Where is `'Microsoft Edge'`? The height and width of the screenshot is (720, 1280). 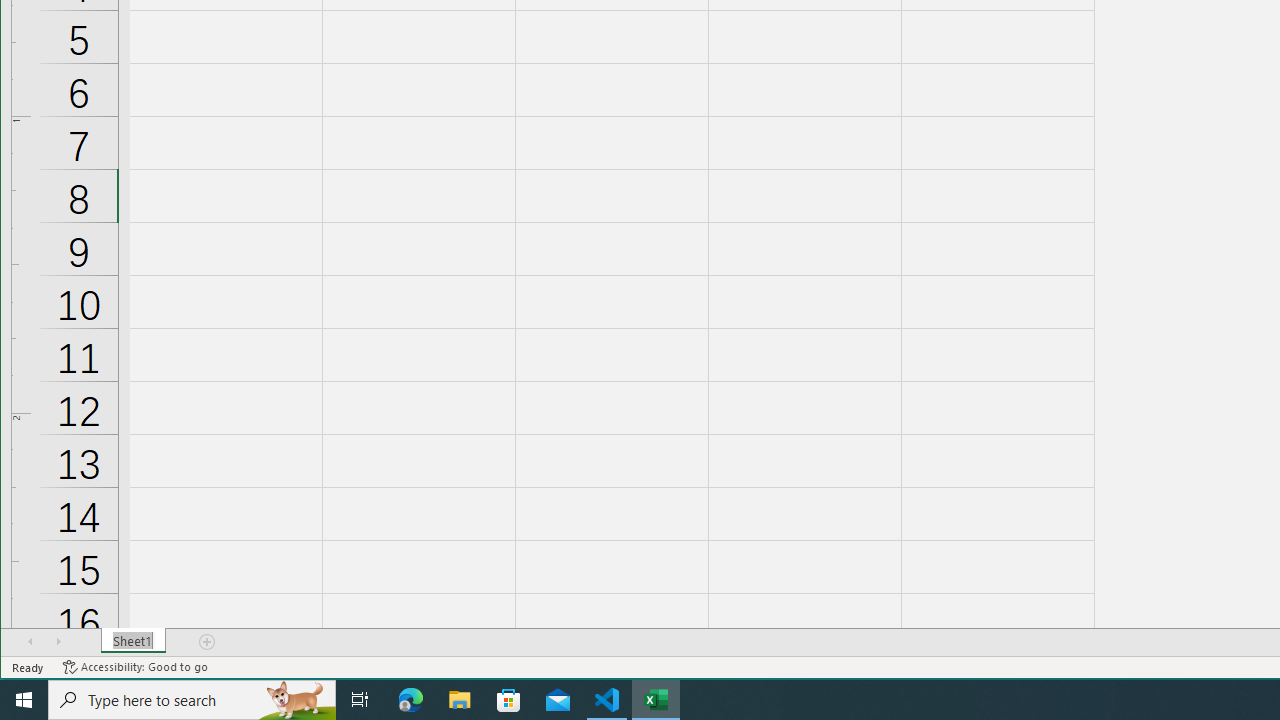 'Microsoft Edge' is located at coordinates (410, 698).